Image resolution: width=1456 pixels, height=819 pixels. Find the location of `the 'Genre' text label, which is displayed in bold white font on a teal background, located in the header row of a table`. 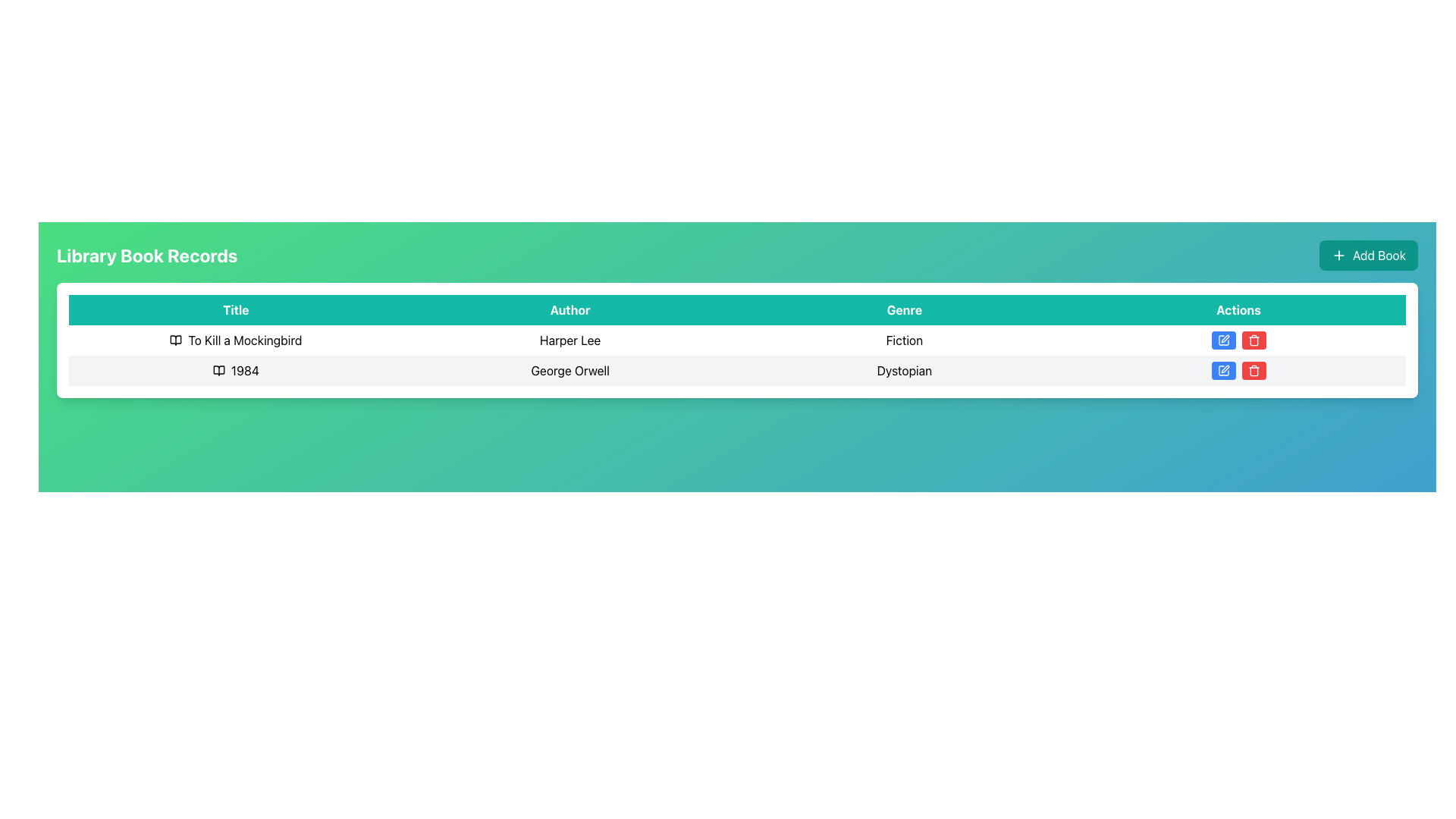

the 'Genre' text label, which is displayed in bold white font on a teal background, located in the header row of a table is located at coordinates (904, 309).